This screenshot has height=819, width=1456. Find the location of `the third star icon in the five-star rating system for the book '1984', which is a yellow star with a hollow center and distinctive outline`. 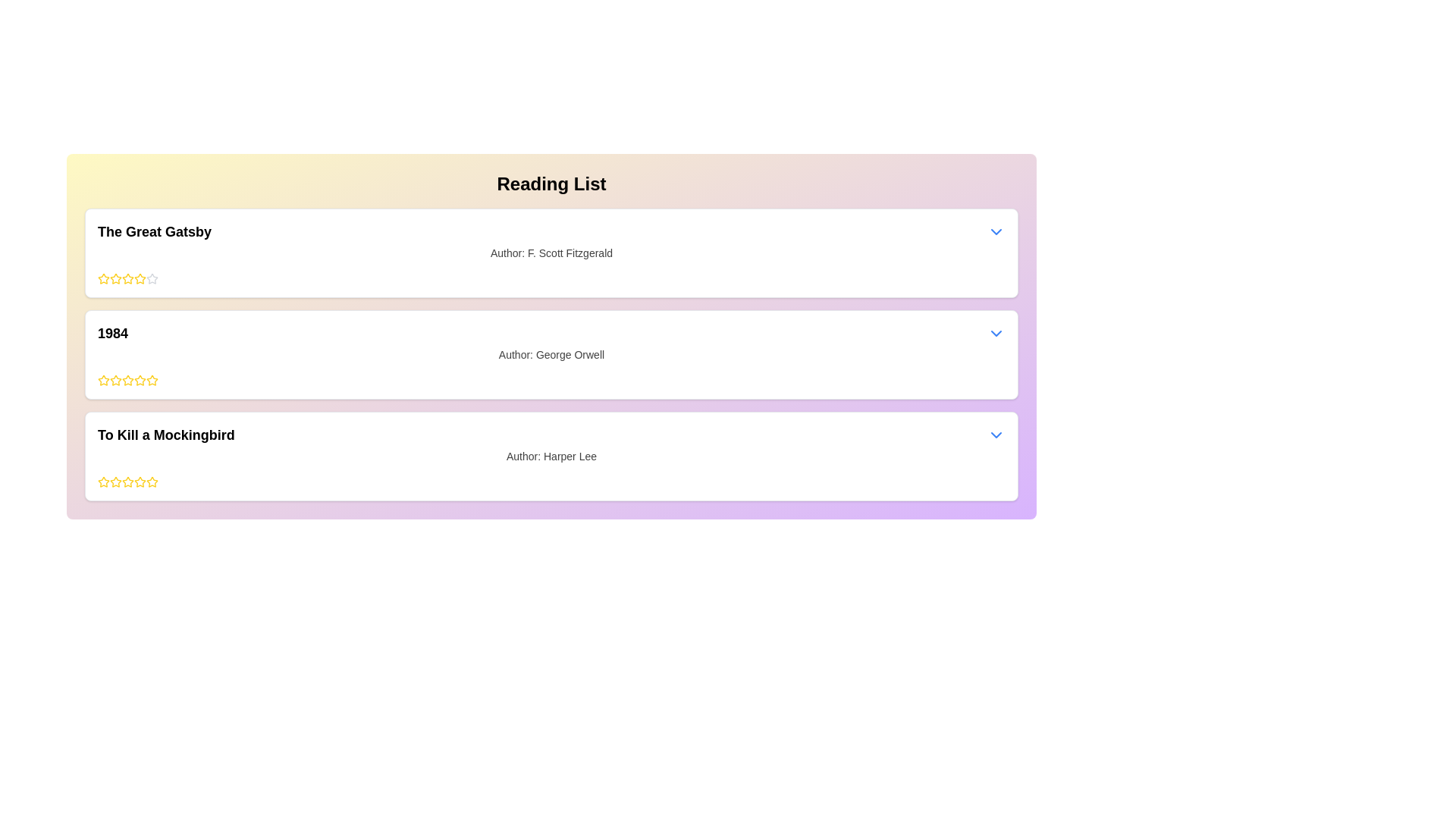

the third star icon in the five-star rating system for the book '1984', which is a yellow star with a hollow center and distinctive outline is located at coordinates (140, 379).